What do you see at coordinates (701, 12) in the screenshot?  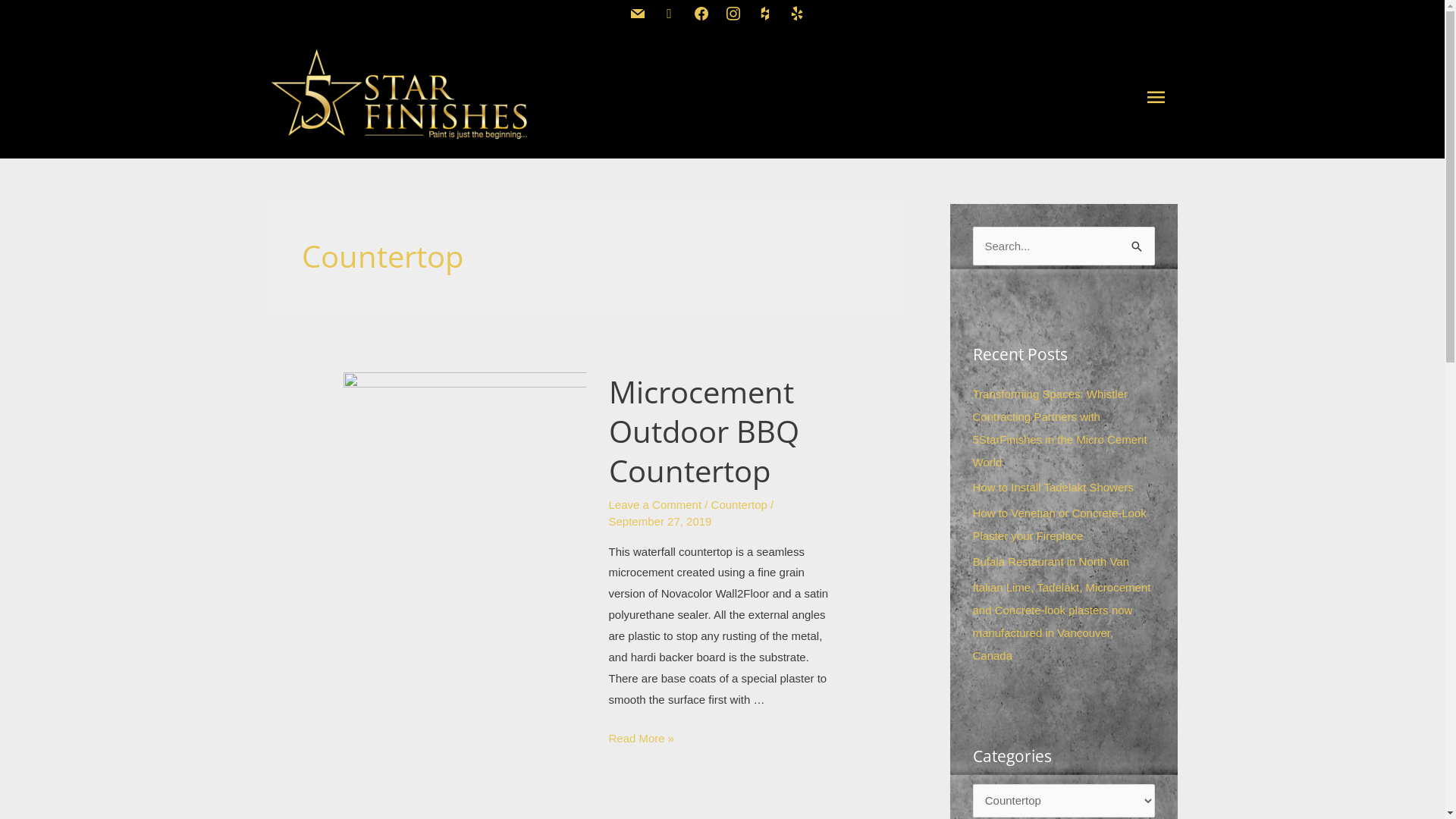 I see `'facebook2'` at bounding box center [701, 12].